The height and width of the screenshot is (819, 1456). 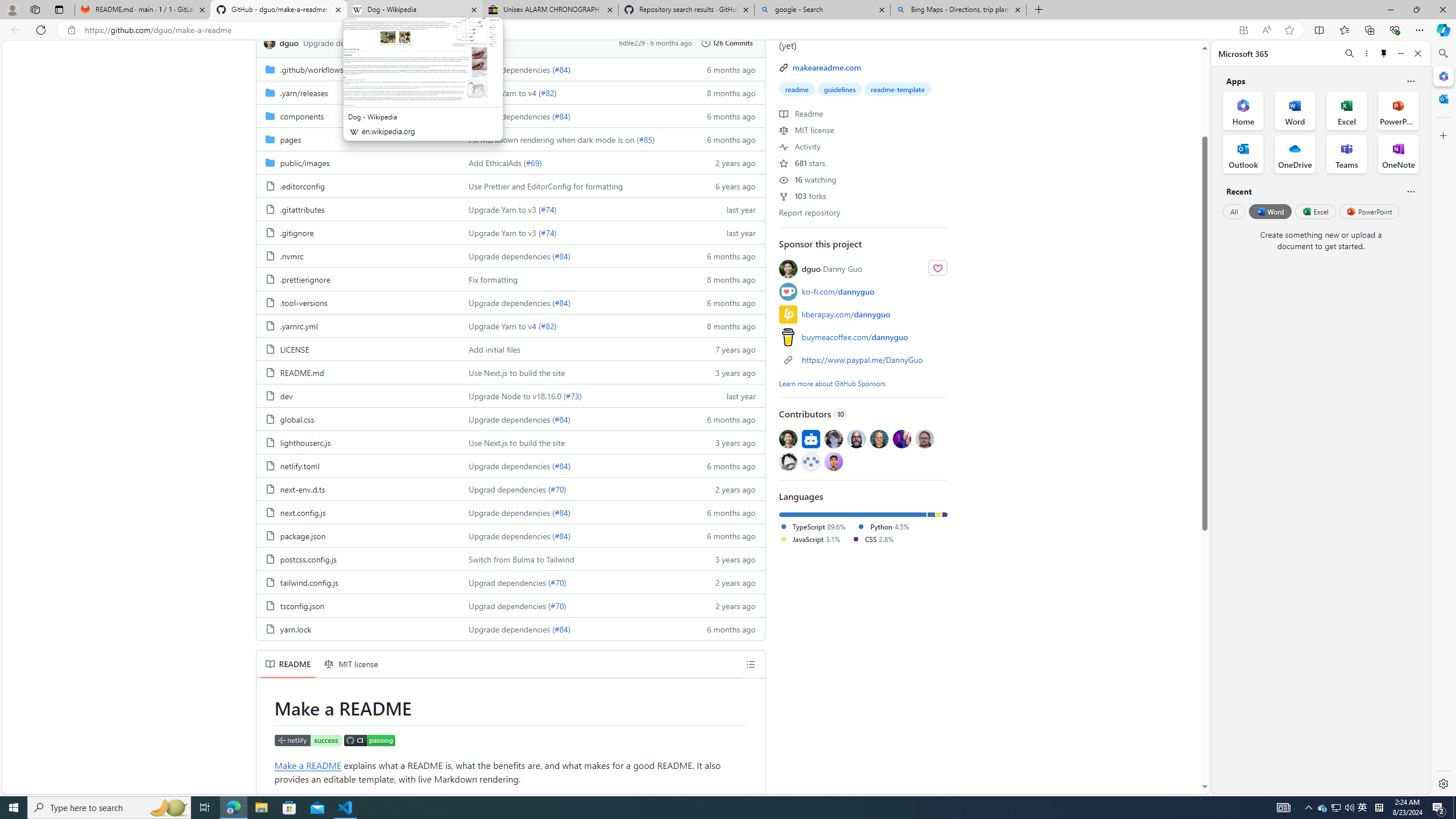 I want to click on 'components, (Directory)', so click(x=357, y=115).